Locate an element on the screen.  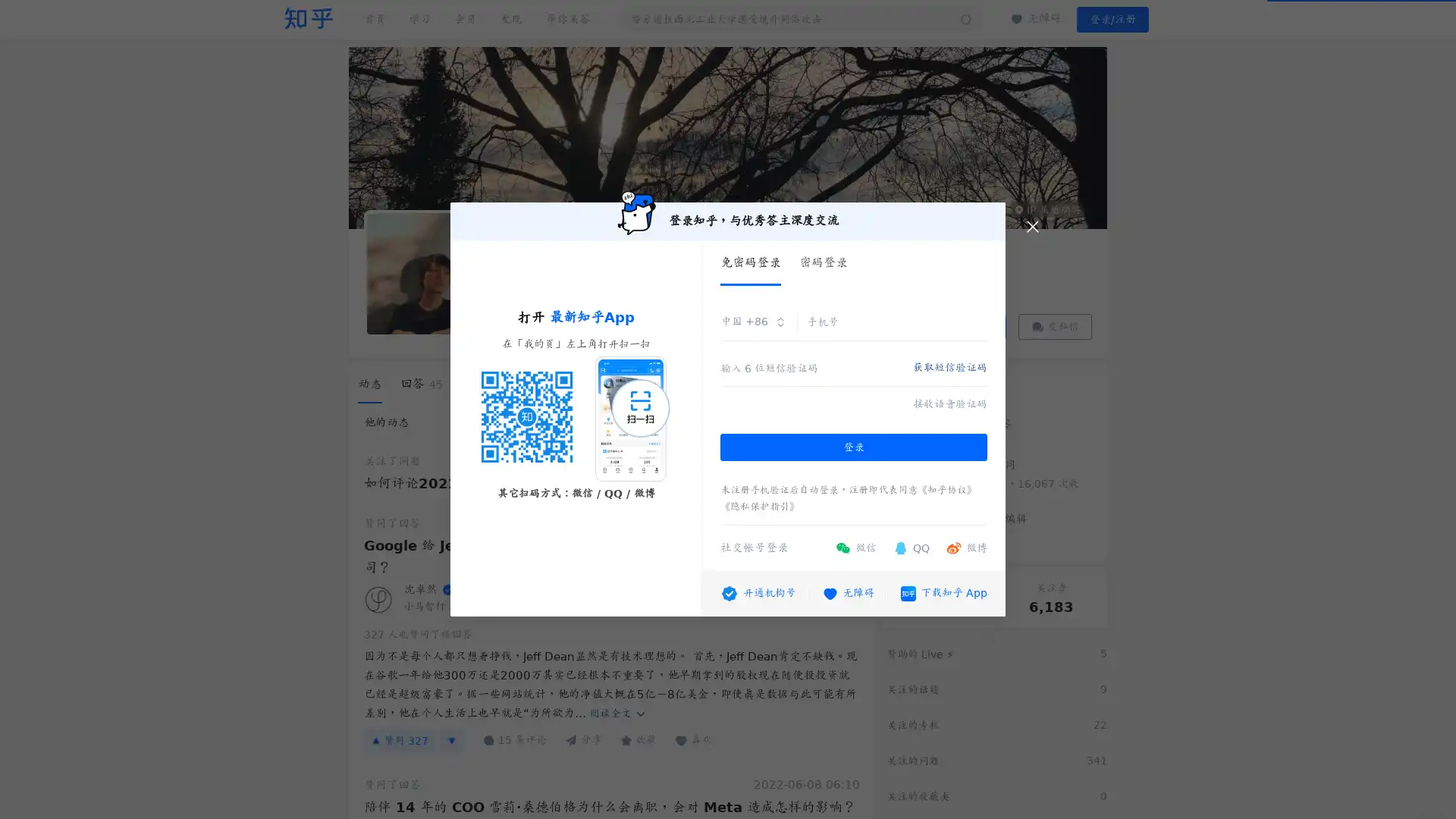
App is located at coordinates (943, 592).